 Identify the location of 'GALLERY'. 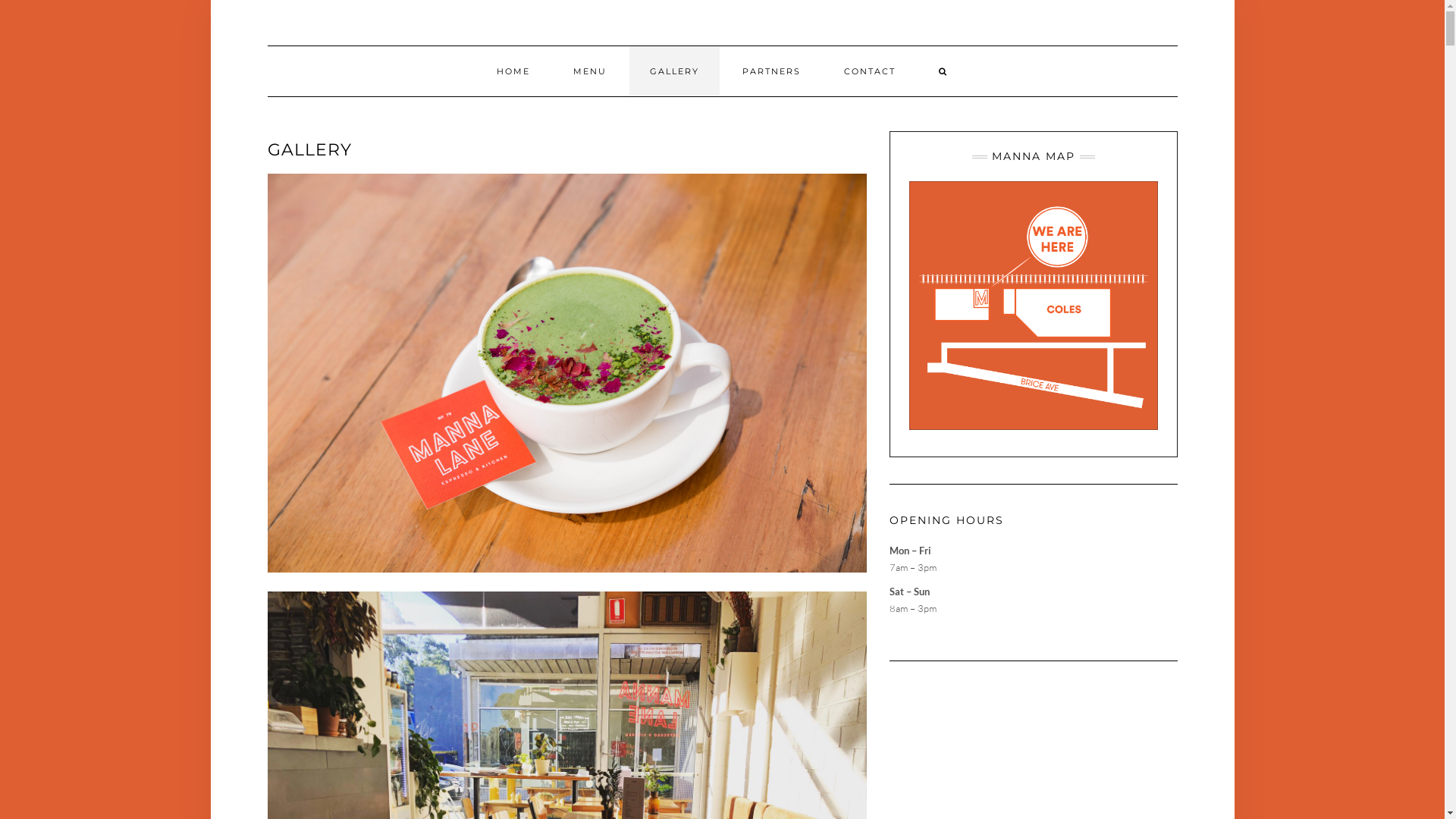
(629, 71).